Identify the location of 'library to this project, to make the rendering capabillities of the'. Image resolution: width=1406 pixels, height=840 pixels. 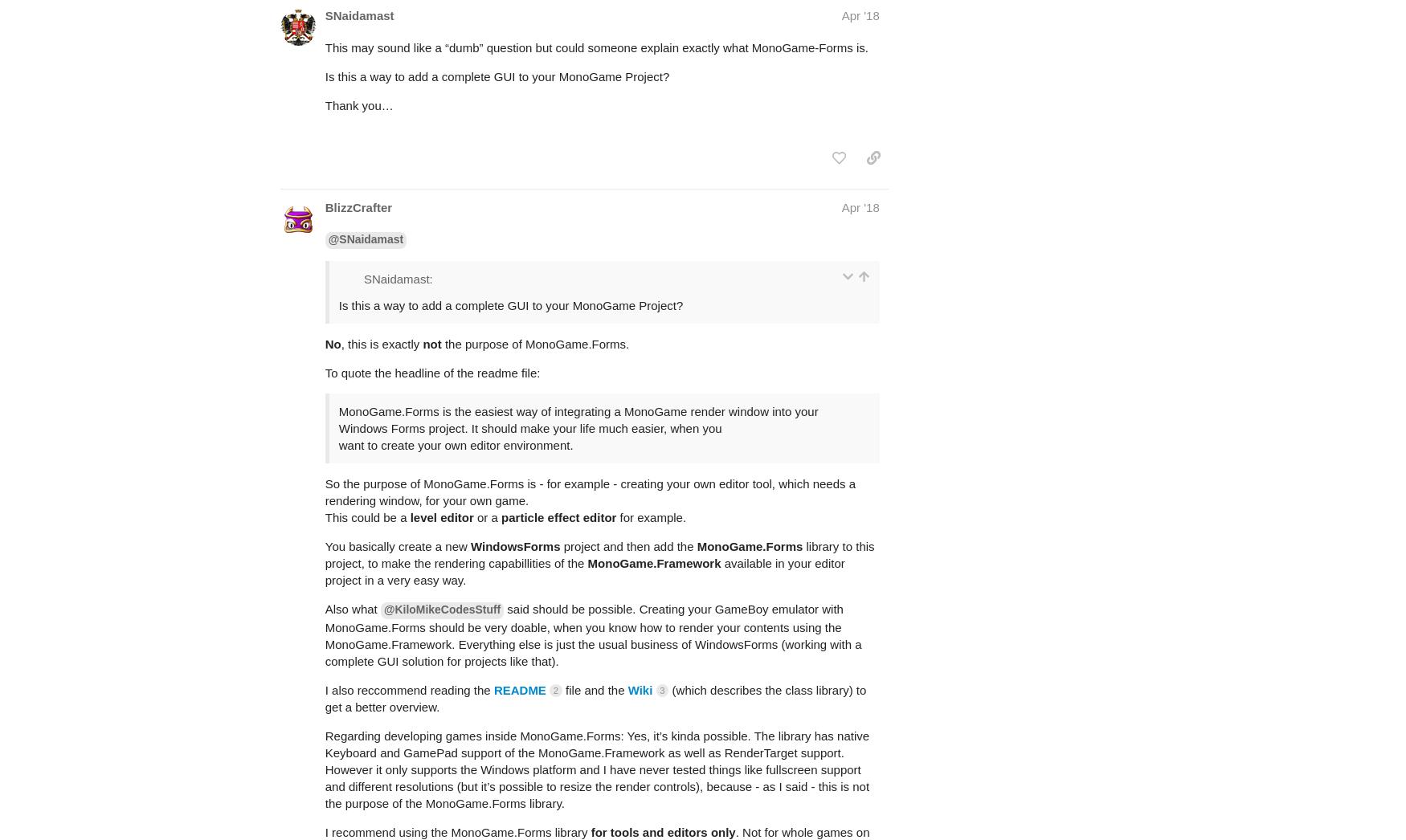
(599, 491).